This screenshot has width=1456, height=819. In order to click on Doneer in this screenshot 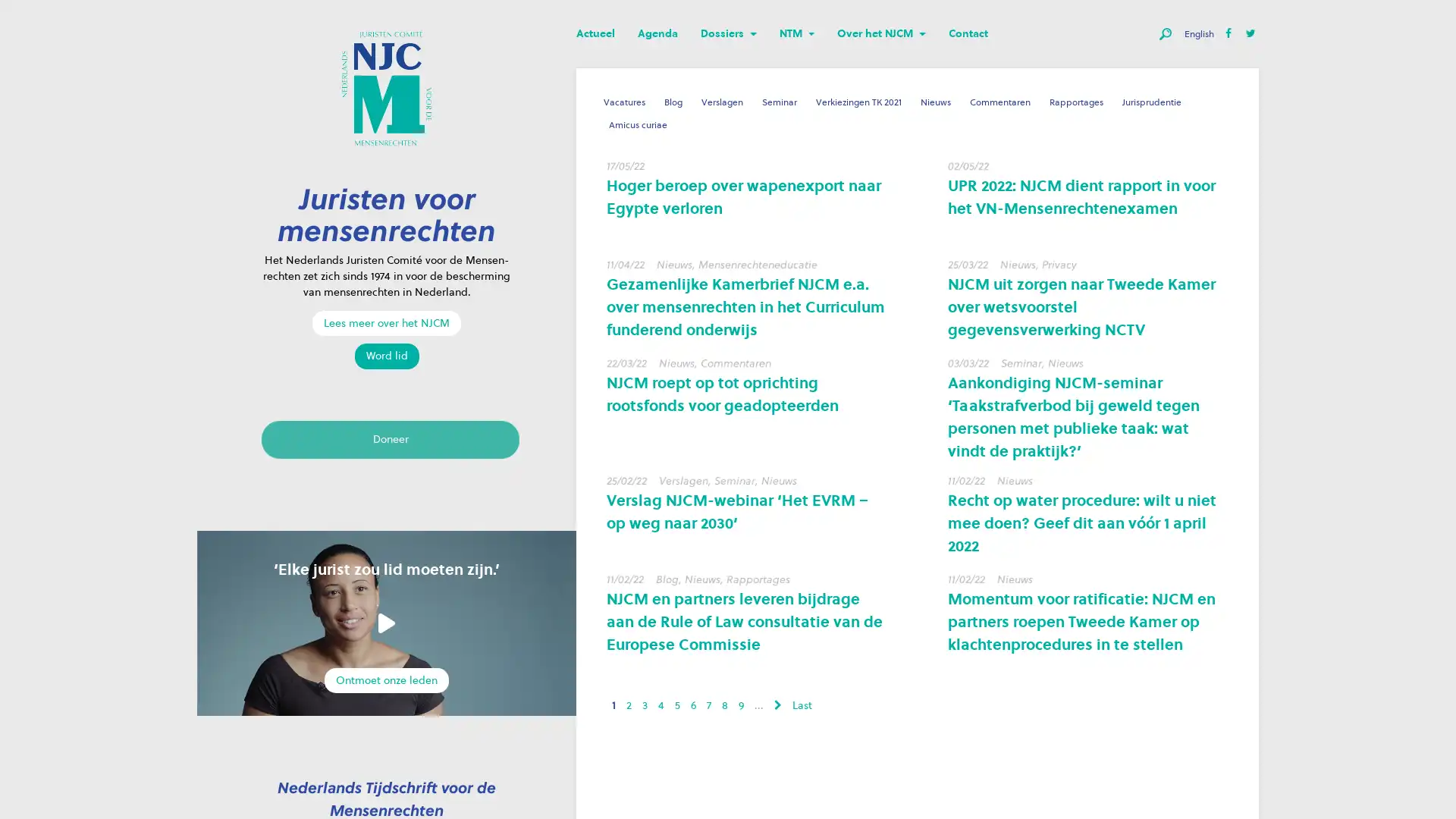, I will do `click(390, 438)`.